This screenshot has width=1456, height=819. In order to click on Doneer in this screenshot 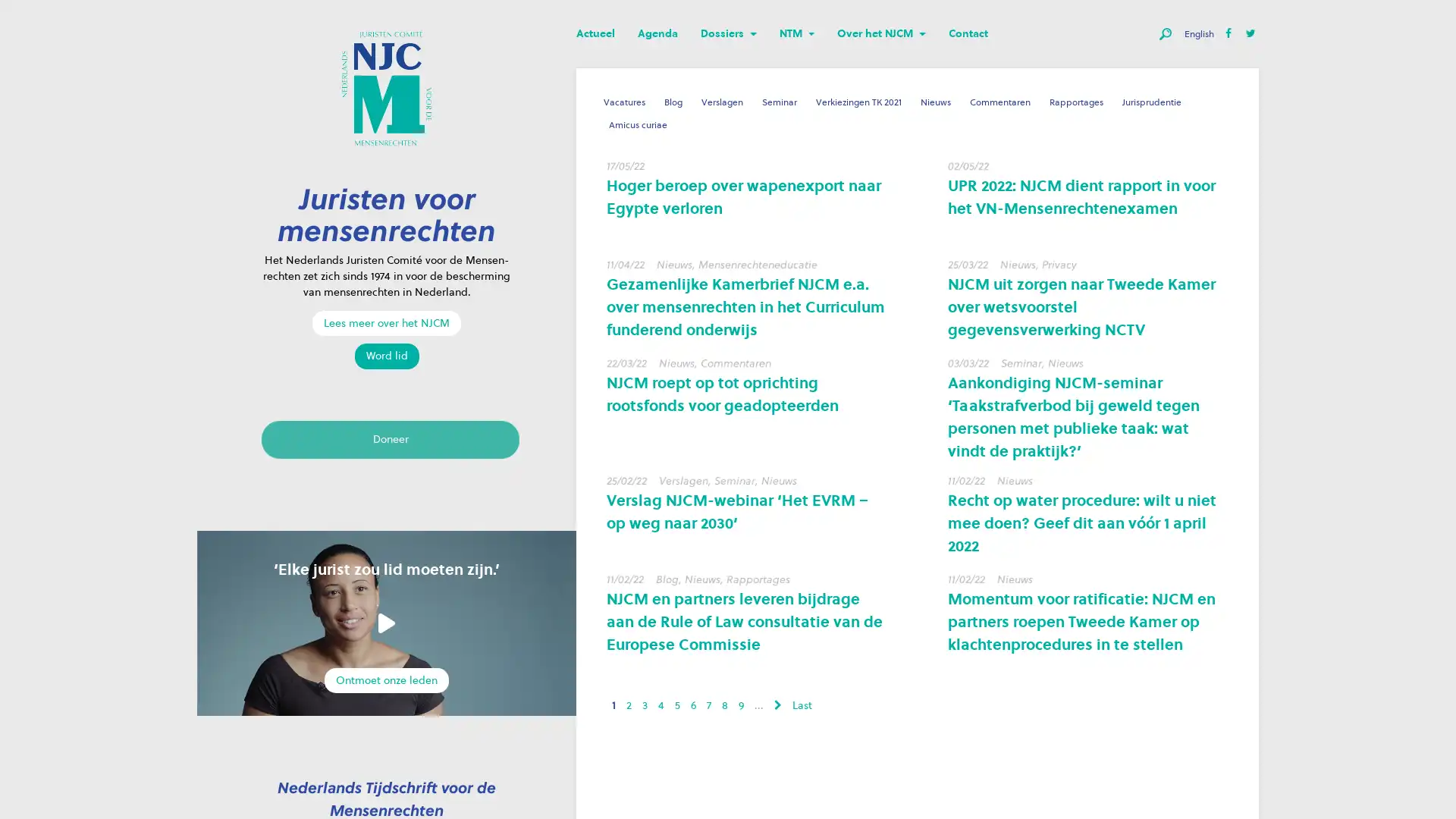, I will do `click(390, 438)`.